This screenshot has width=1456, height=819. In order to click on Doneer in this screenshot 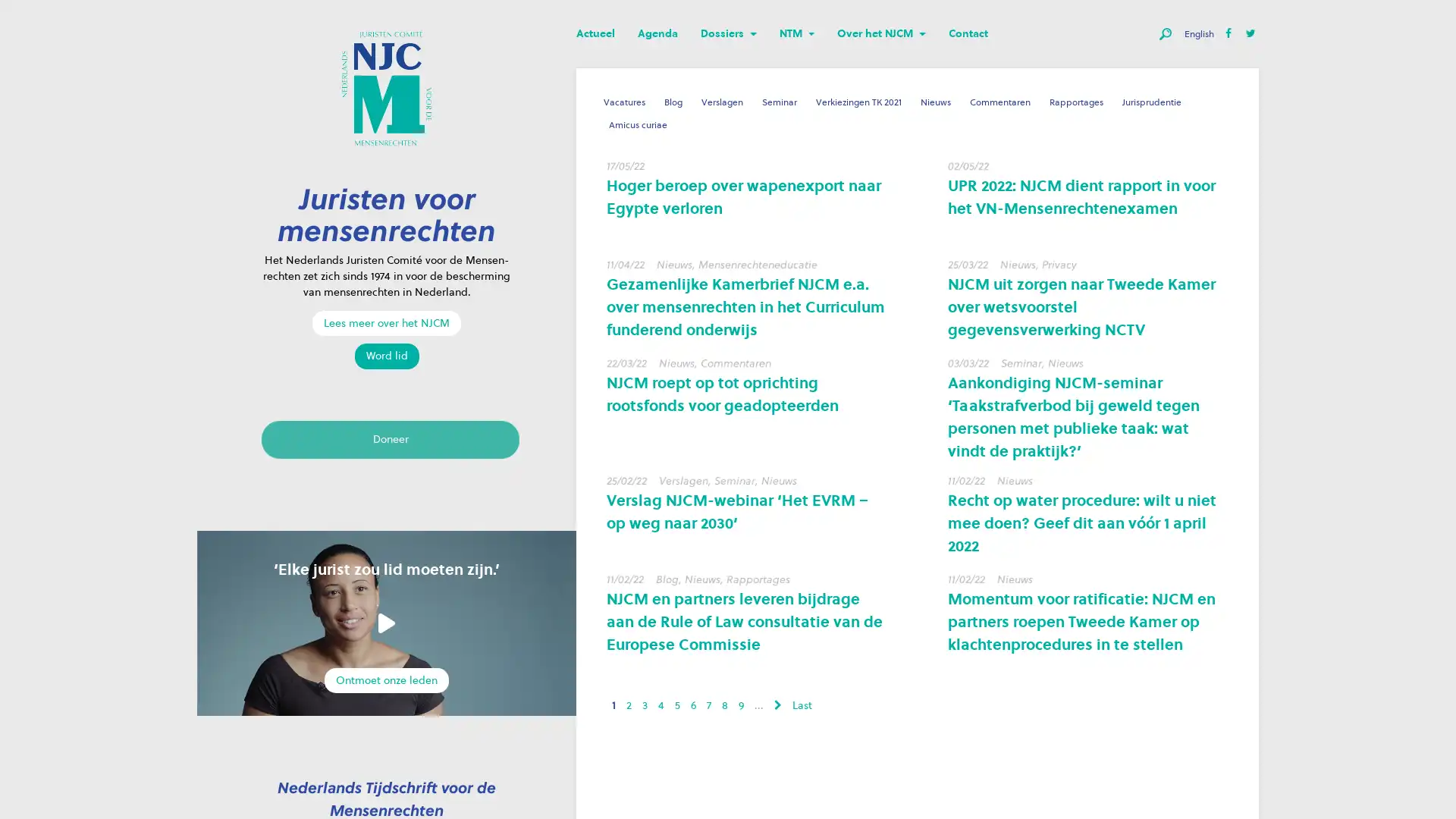, I will do `click(390, 438)`.